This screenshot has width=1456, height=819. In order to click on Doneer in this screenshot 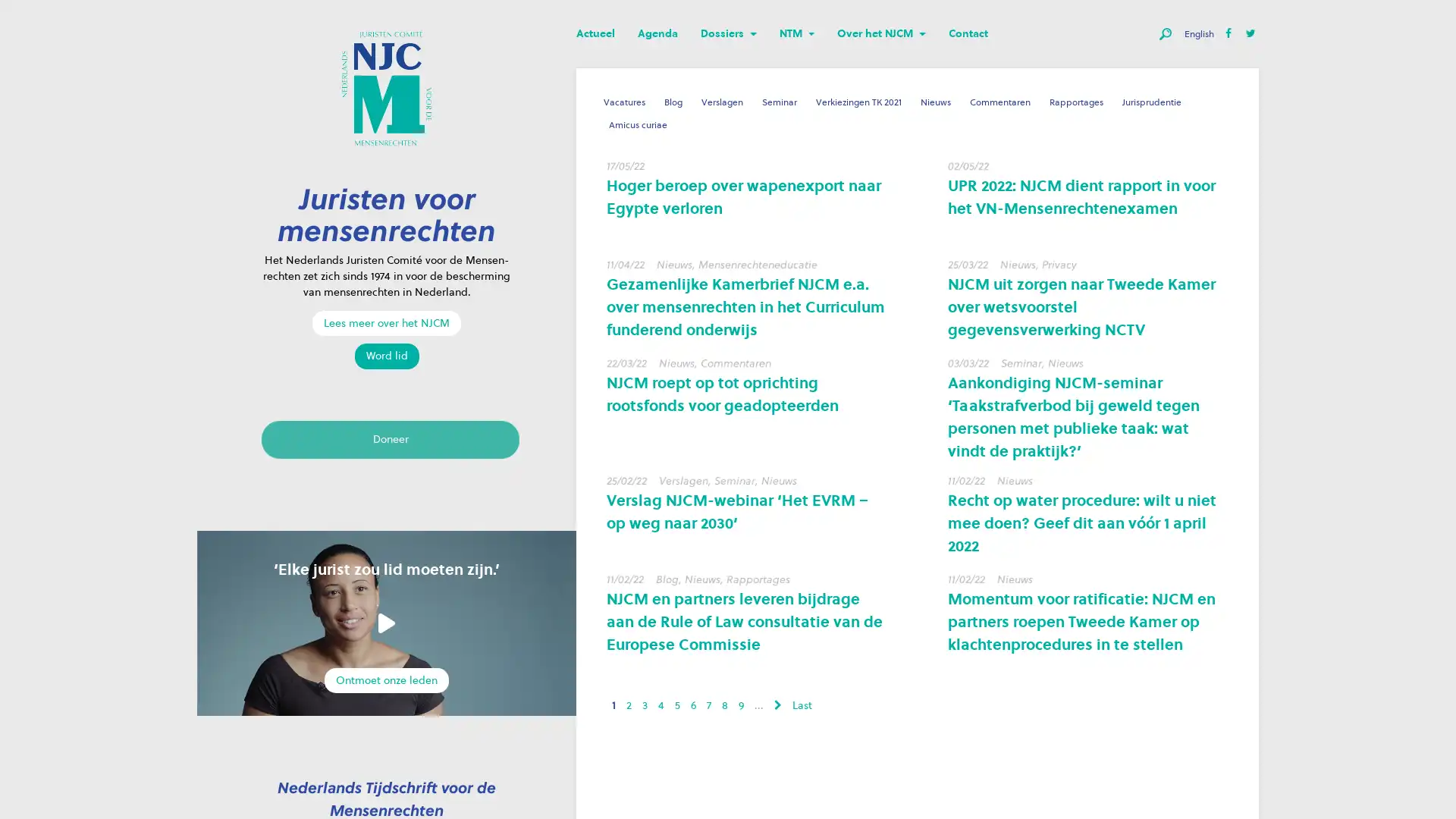, I will do `click(390, 438)`.